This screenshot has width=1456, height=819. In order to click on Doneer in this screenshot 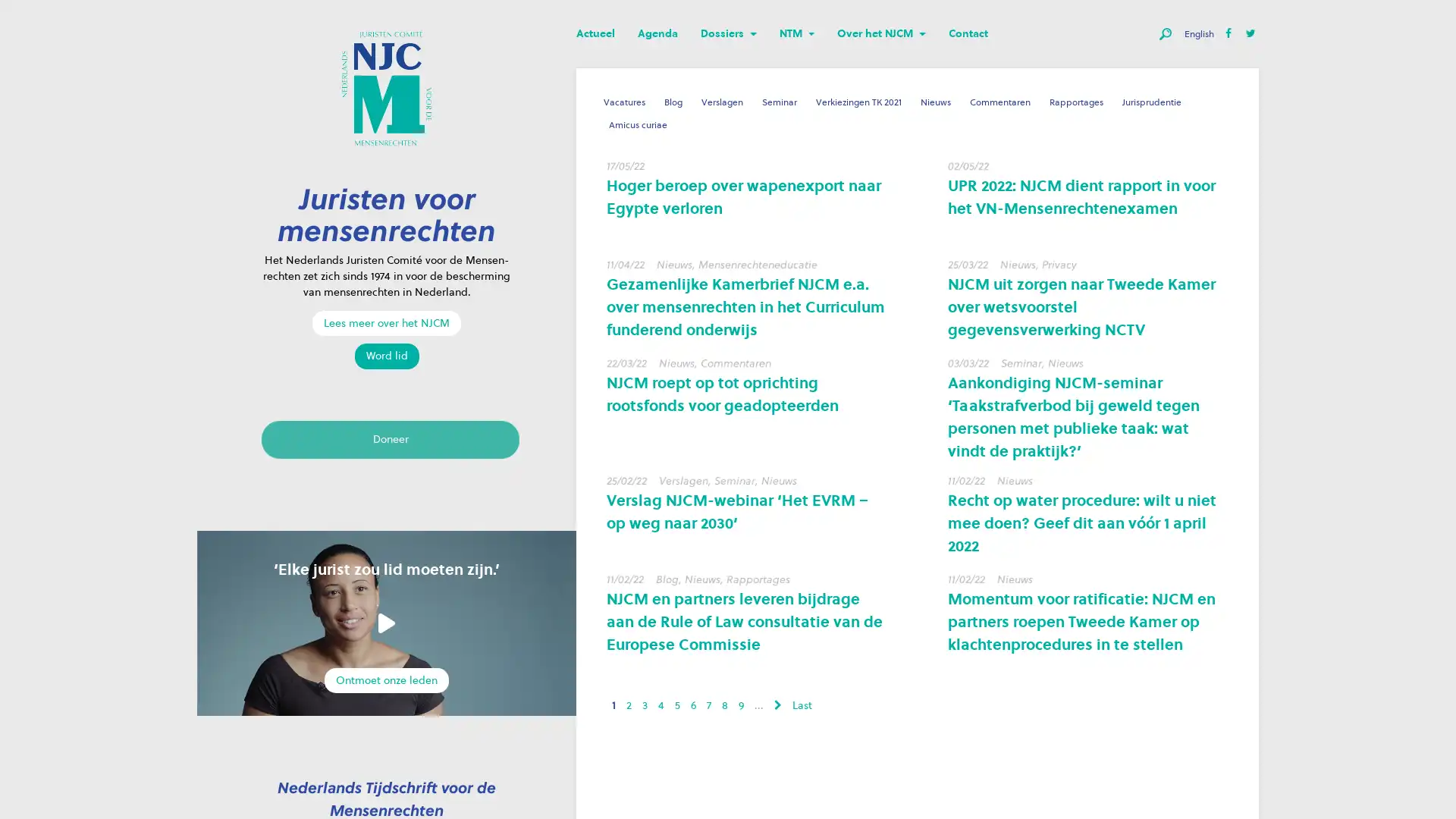, I will do `click(390, 438)`.